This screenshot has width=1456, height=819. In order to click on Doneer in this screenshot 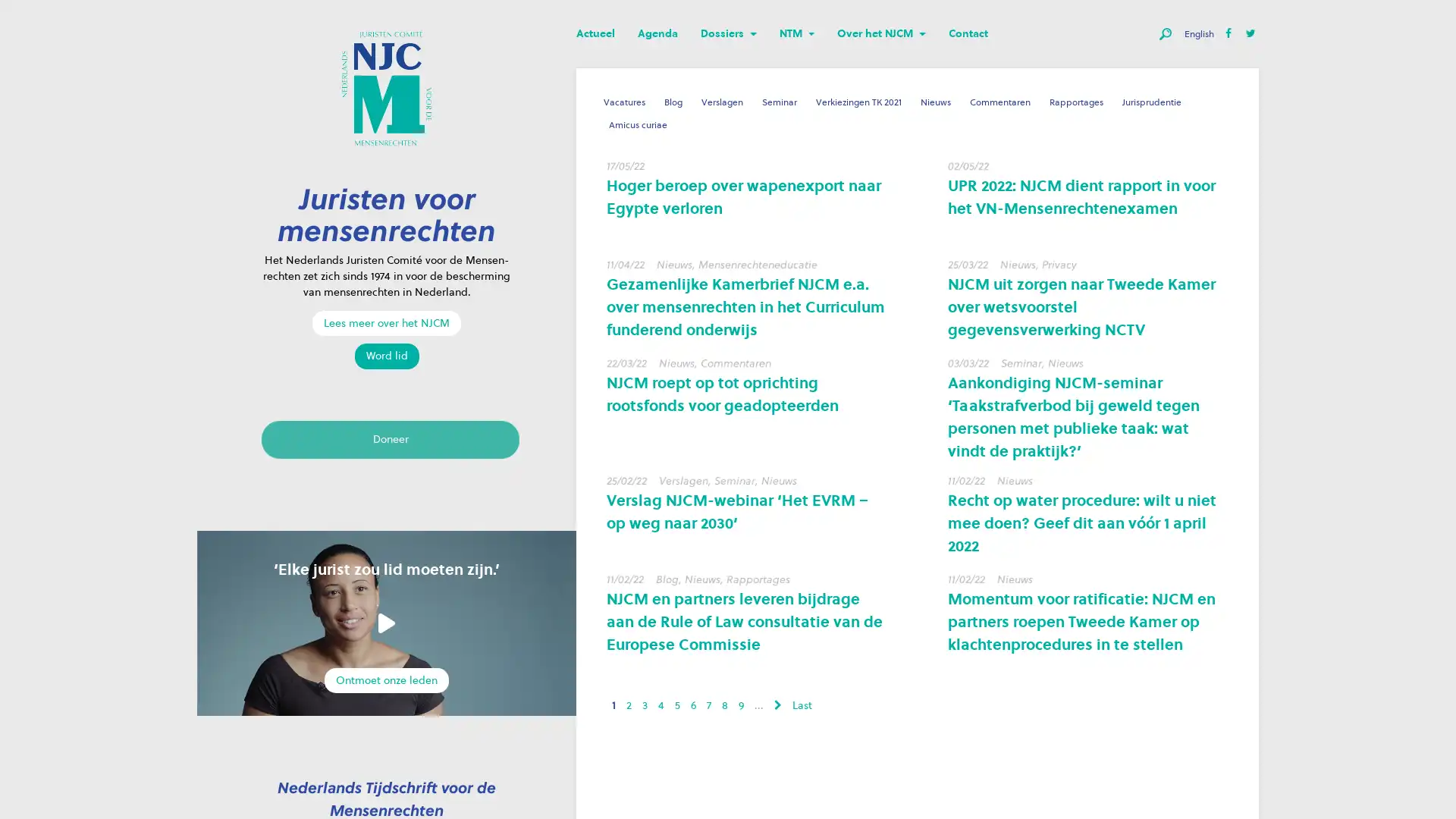, I will do `click(390, 438)`.